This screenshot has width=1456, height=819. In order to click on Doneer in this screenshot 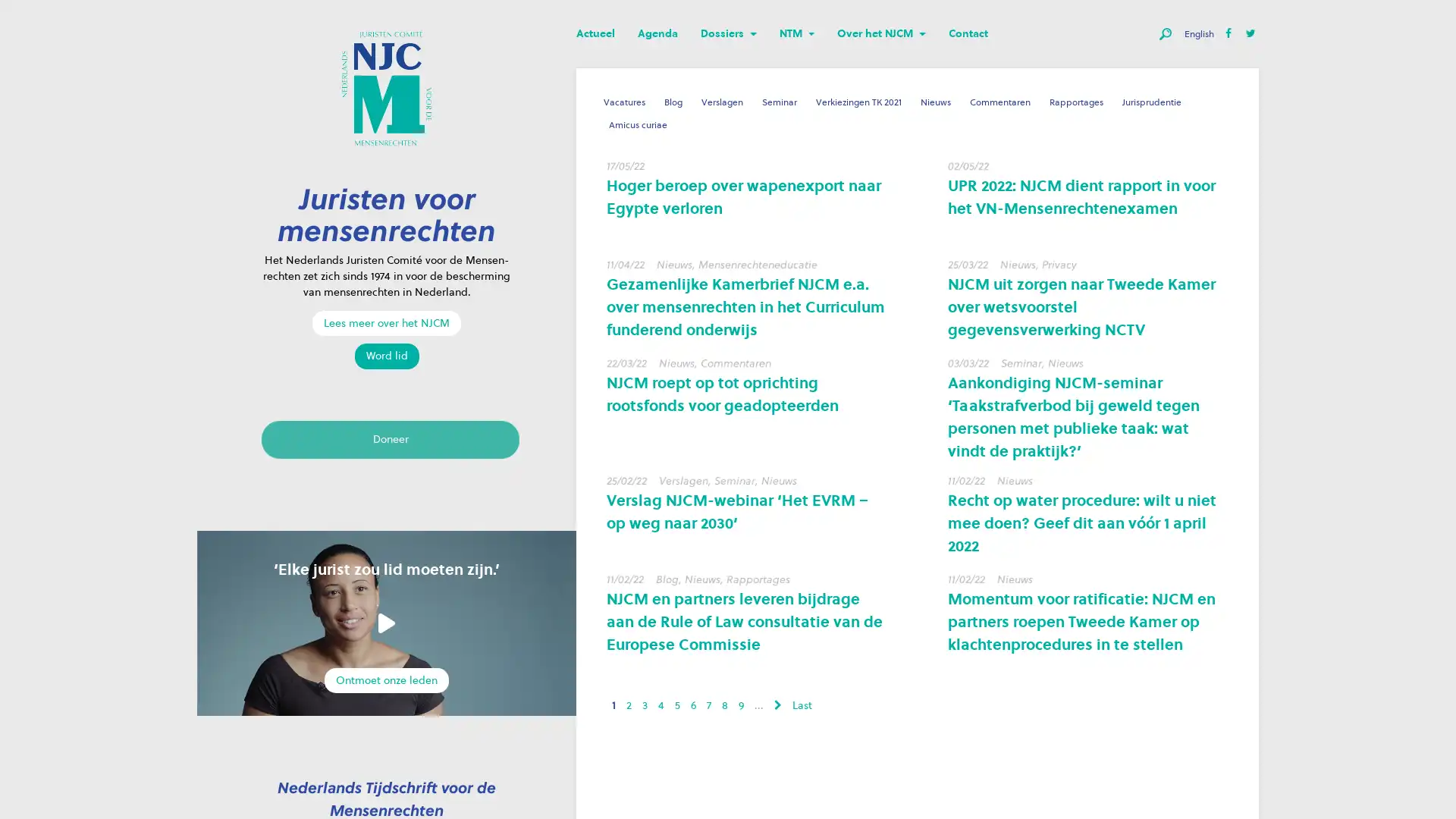, I will do `click(390, 438)`.